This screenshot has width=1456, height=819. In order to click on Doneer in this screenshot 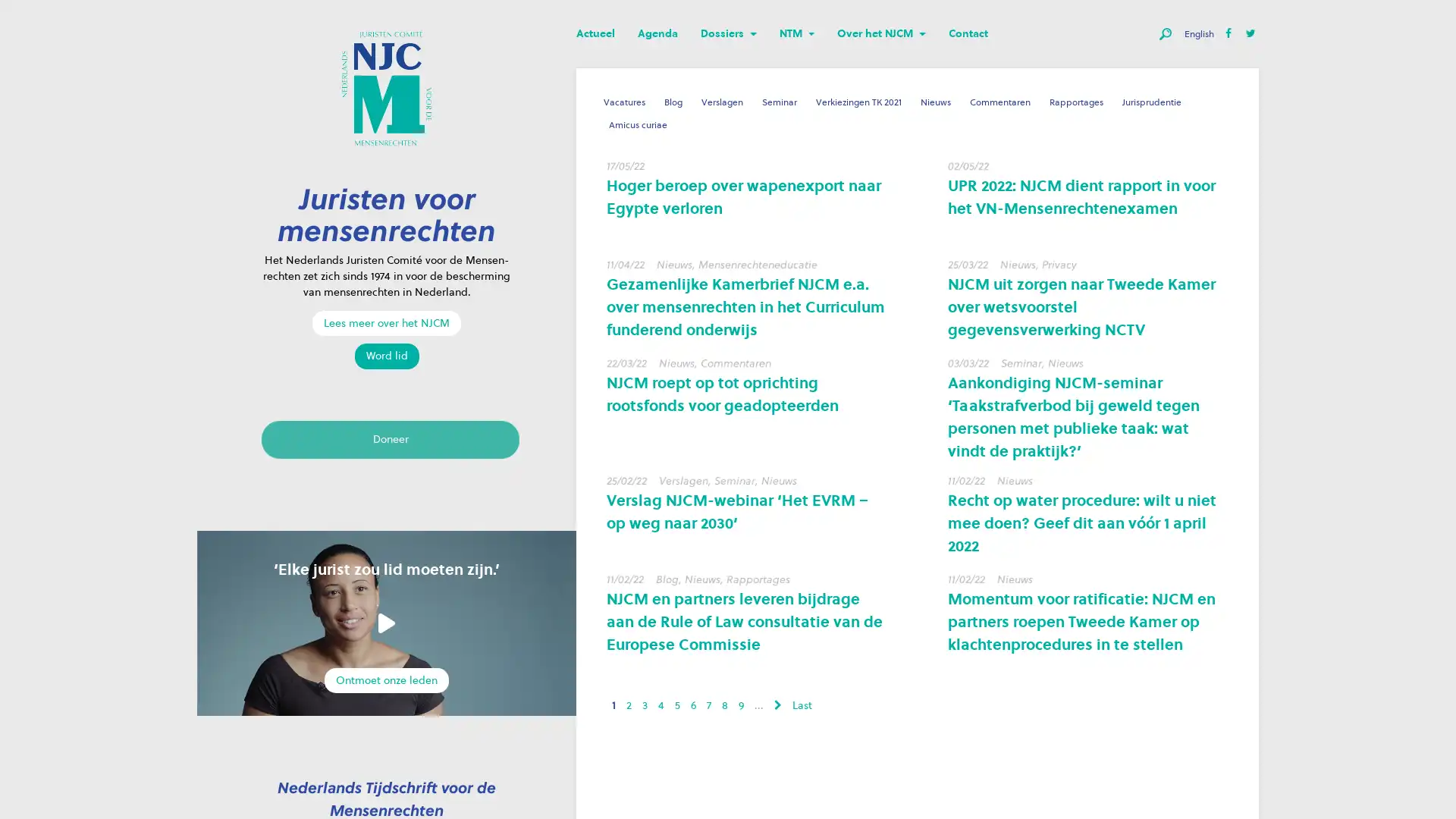, I will do `click(390, 438)`.